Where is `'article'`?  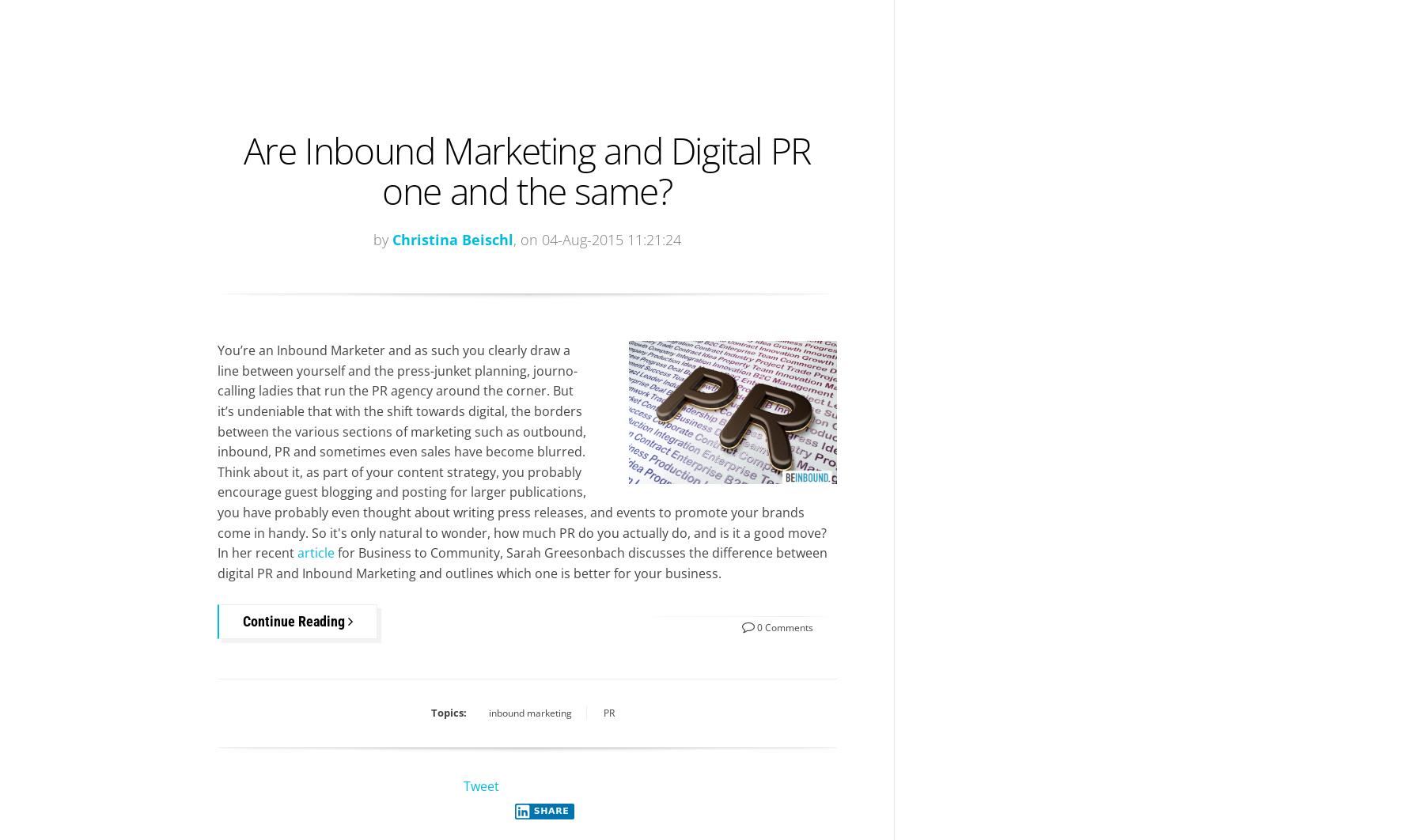 'article' is located at coordinates (316, 553).